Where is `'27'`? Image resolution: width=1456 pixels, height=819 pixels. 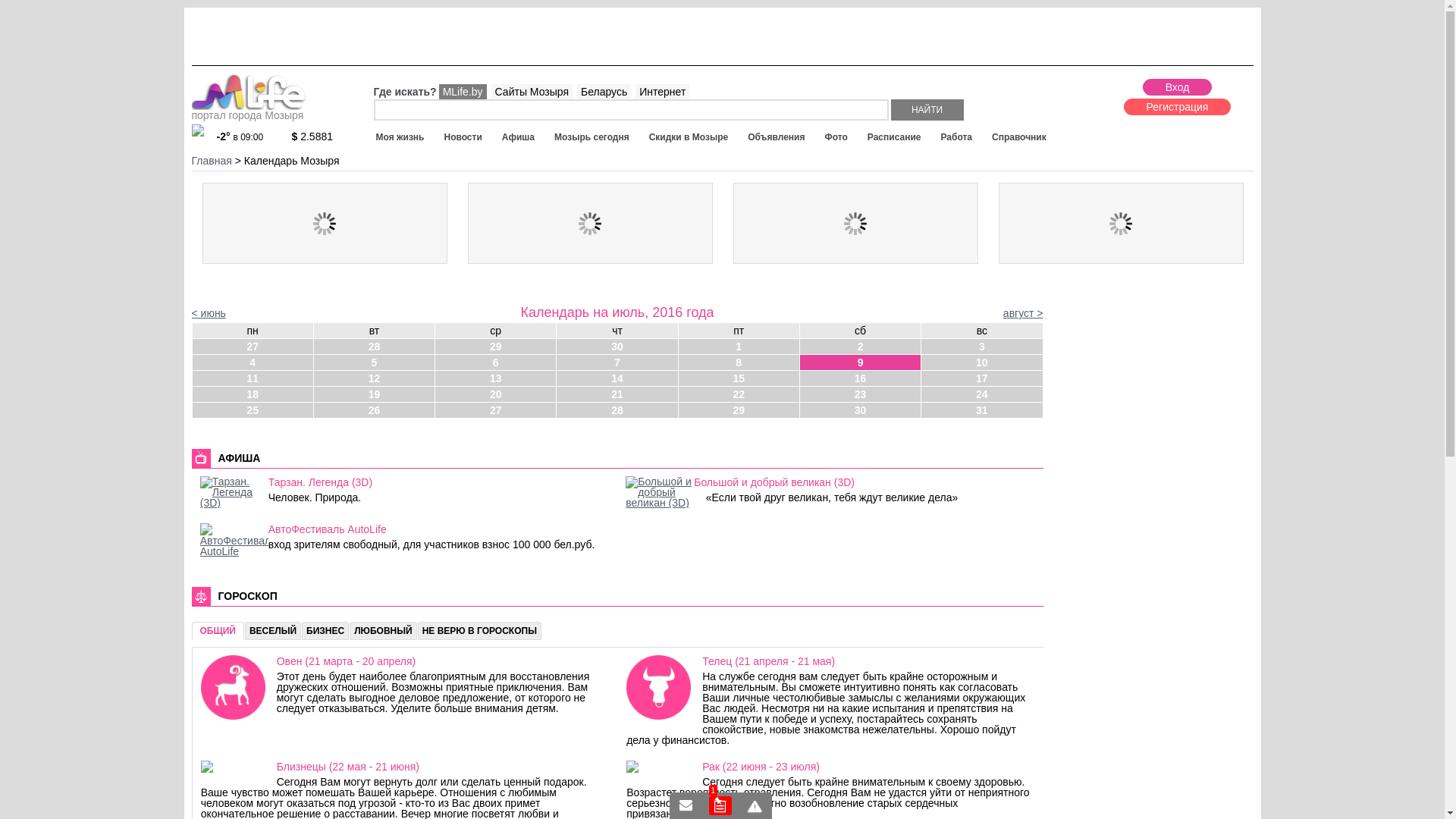
'27' is located at coordinates (253, 346).